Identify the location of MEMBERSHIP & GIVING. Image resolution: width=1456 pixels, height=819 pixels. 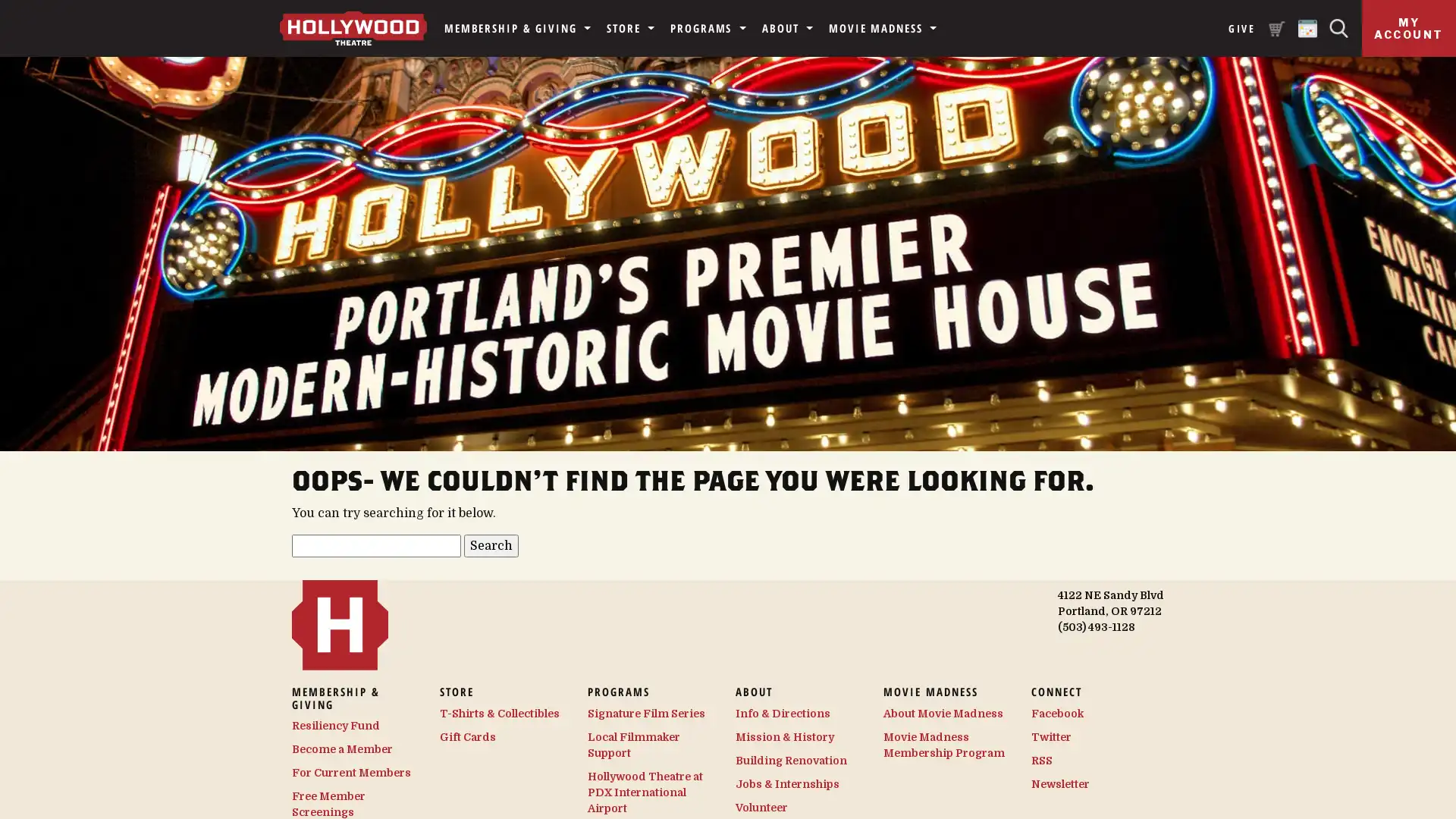
(516, 28).